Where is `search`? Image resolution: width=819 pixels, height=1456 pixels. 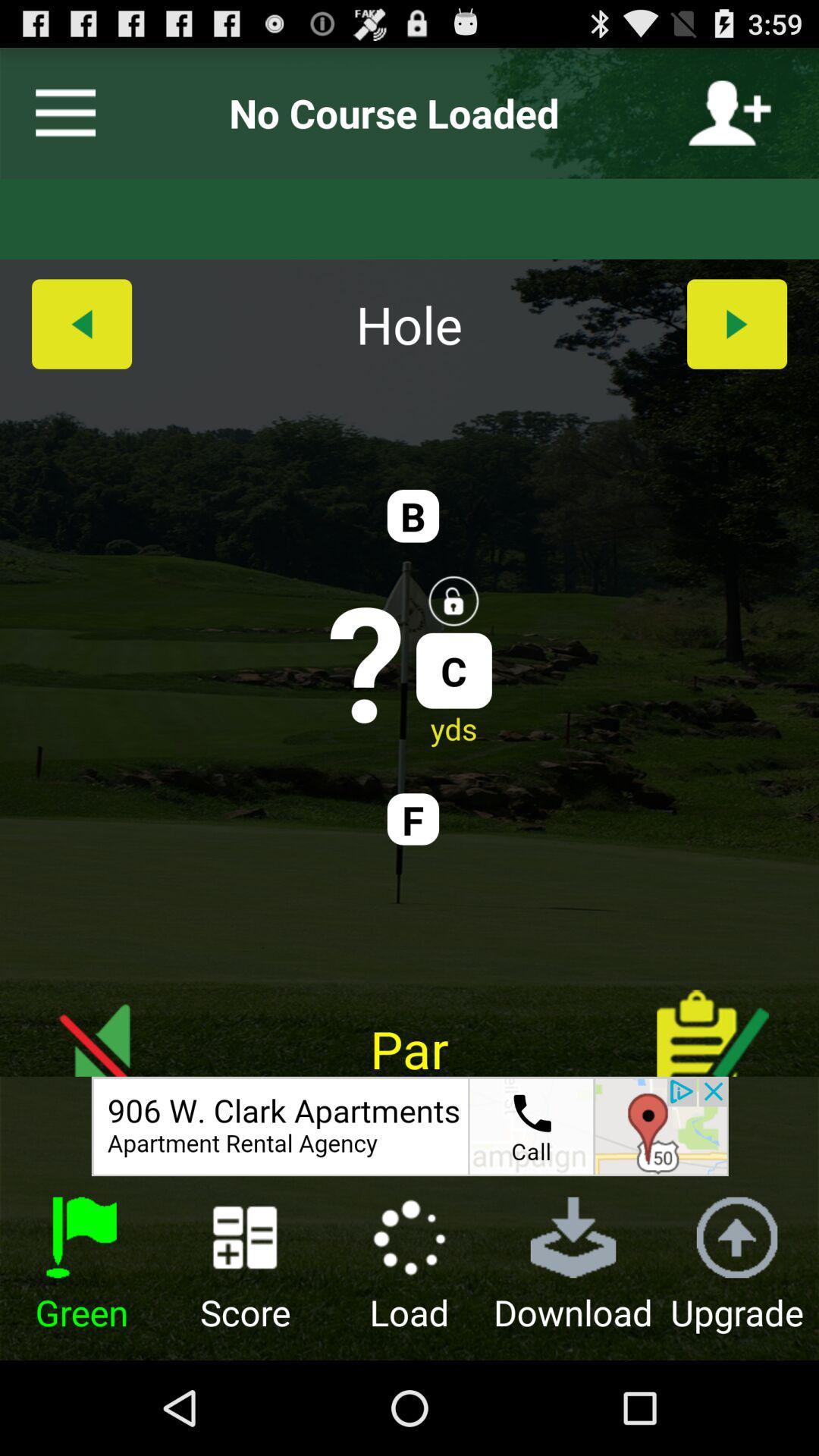
search is located at coordinates (58, 112).